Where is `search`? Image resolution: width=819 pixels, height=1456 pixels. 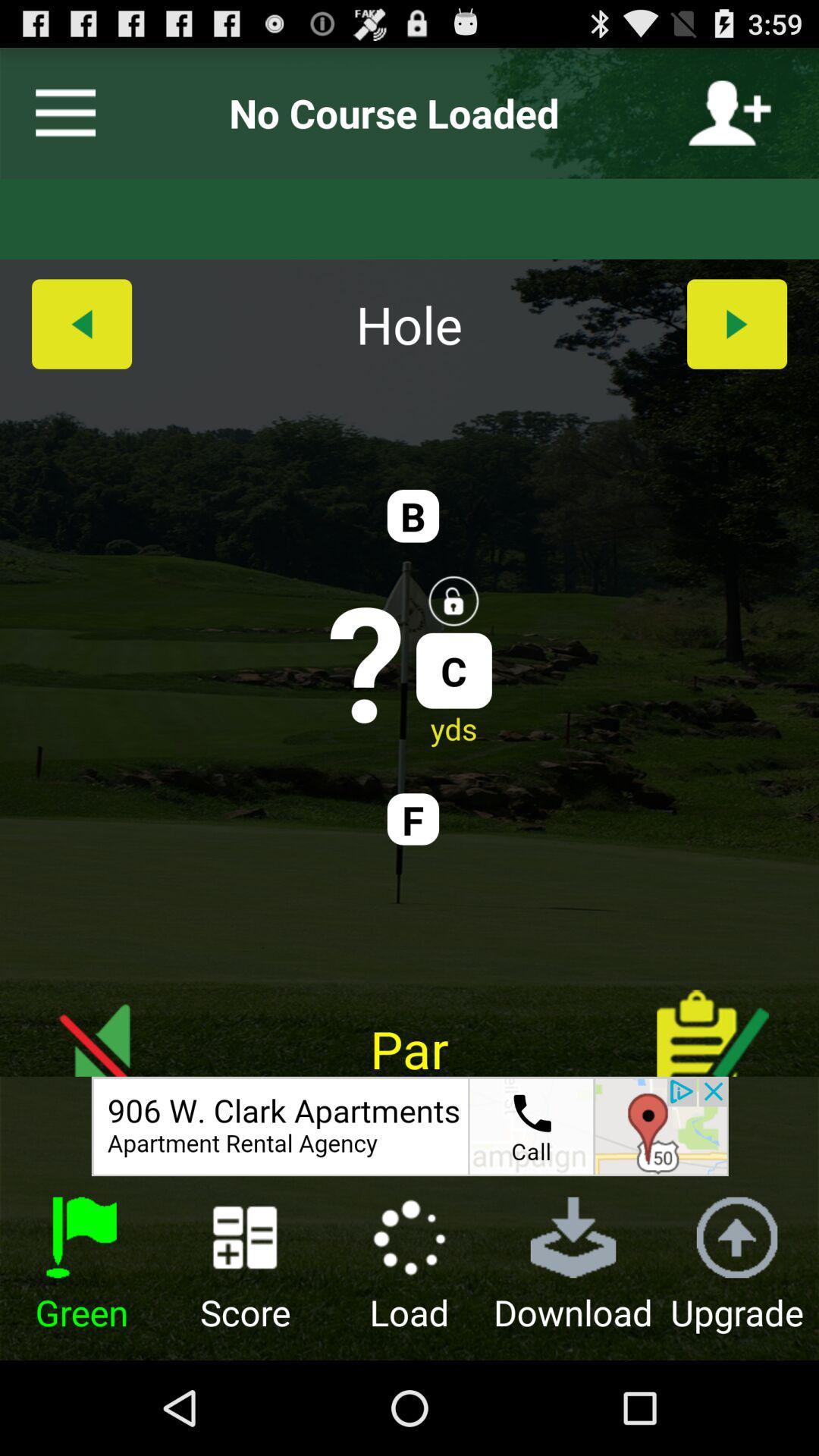
search is located at coordinates (58, 112).